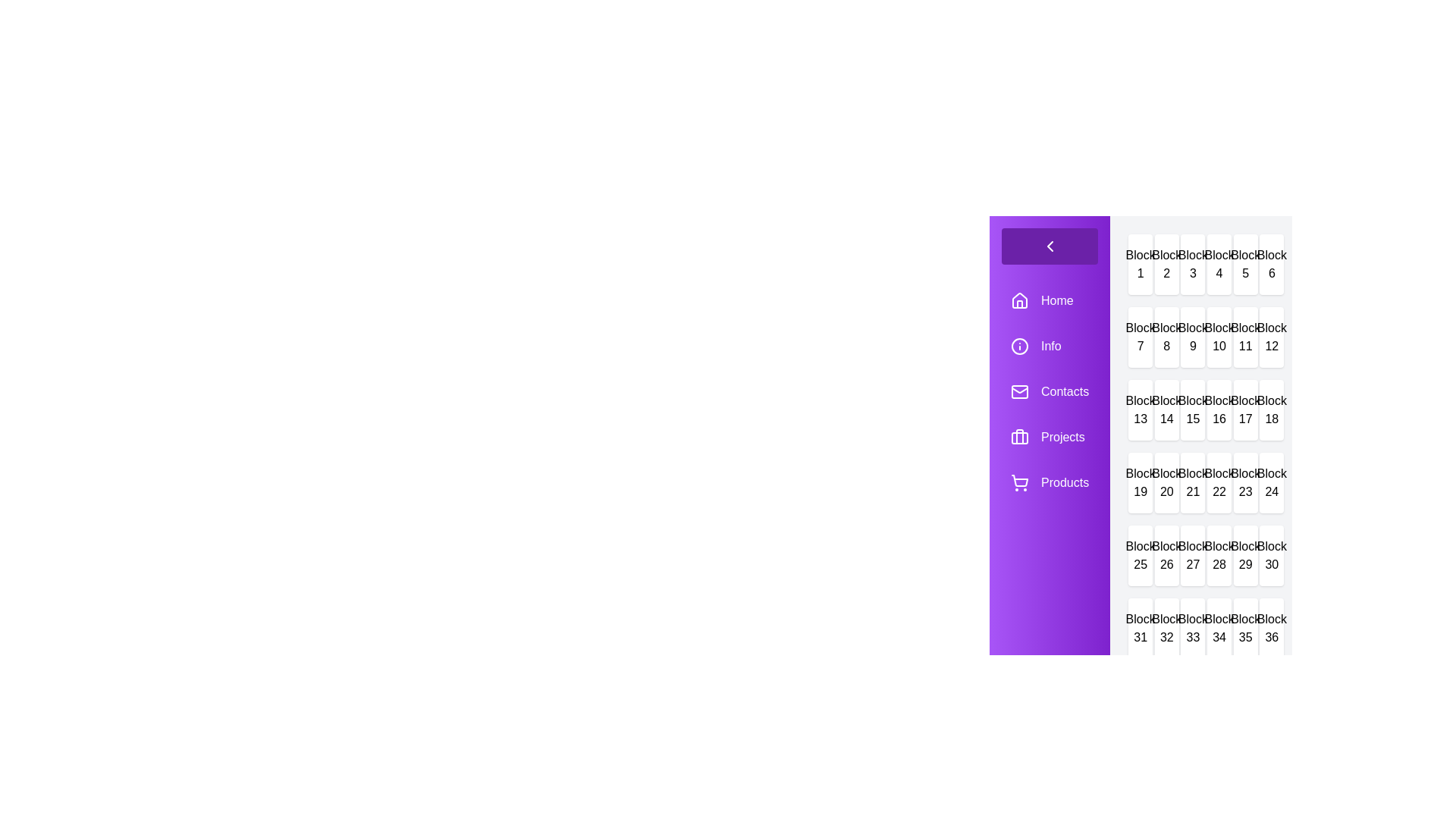 The width and height of the screenshot is (1456, 819). Describe the element at coordinates (1049, 482) in the screenshot. I see `the menu item labeled Products` at that location.